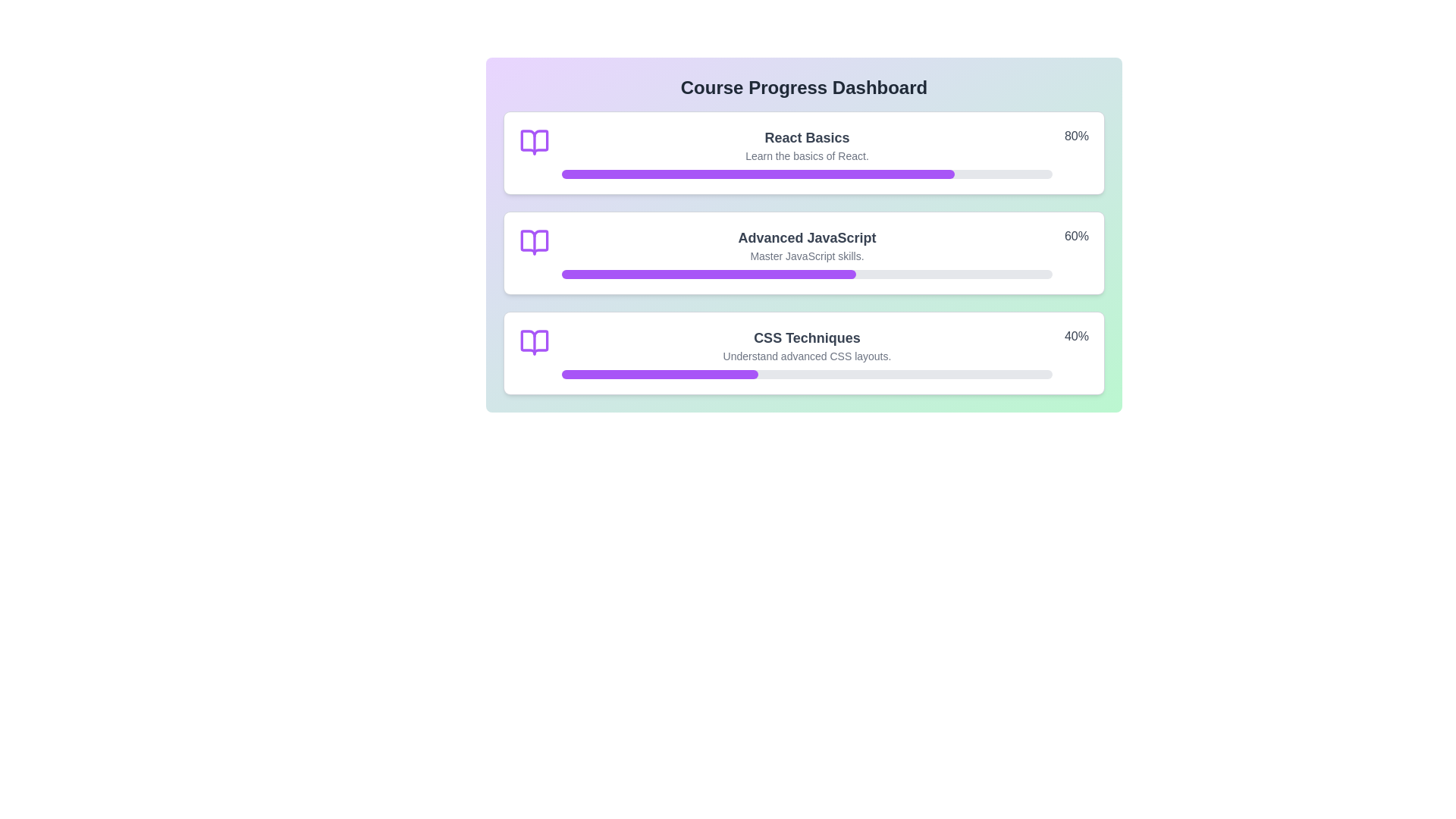  I want to click on the progress bar under the title 'React Basics' and the subtitle 'Learn the basics of React.' which is situated in the first card of the list of courses, so click(806, 174).